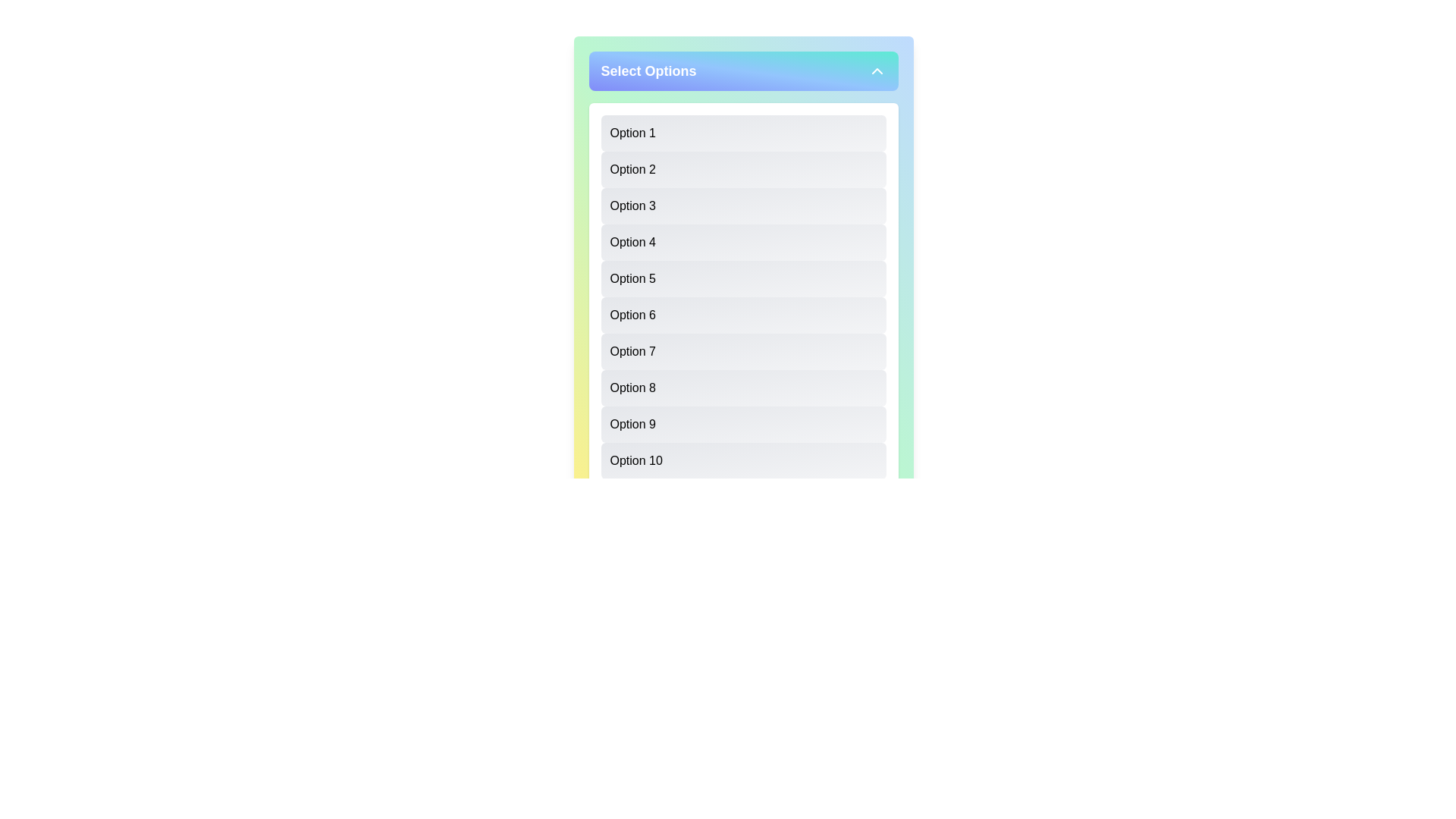 This screenshot has height=819, width=1456. Describe the element at coordinates (877, 71) in the screenshot. I see `the center of the Chevron Up Icon` at that location.